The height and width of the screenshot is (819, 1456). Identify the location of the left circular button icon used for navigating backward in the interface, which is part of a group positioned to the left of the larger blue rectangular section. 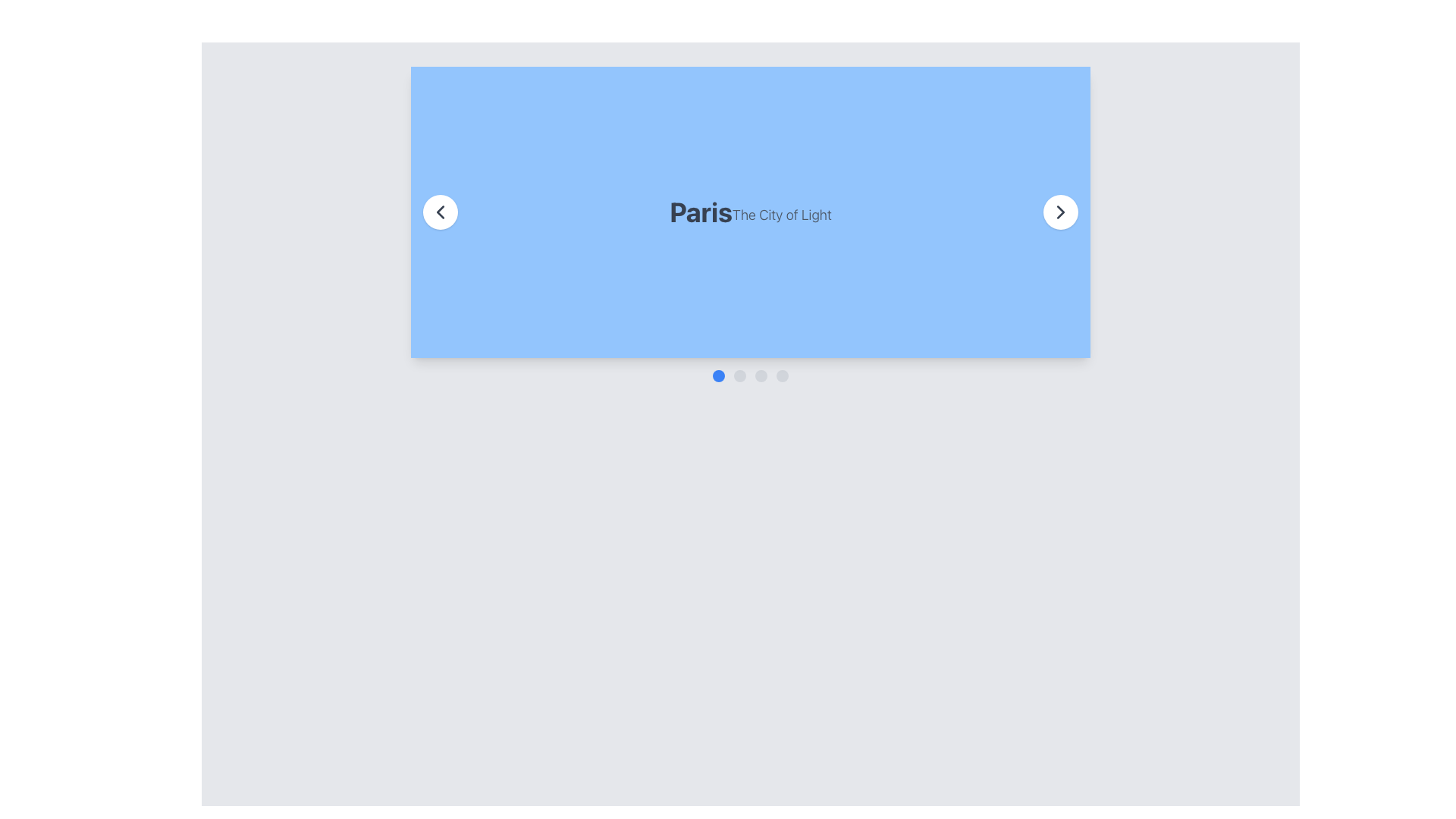
(439, 212).